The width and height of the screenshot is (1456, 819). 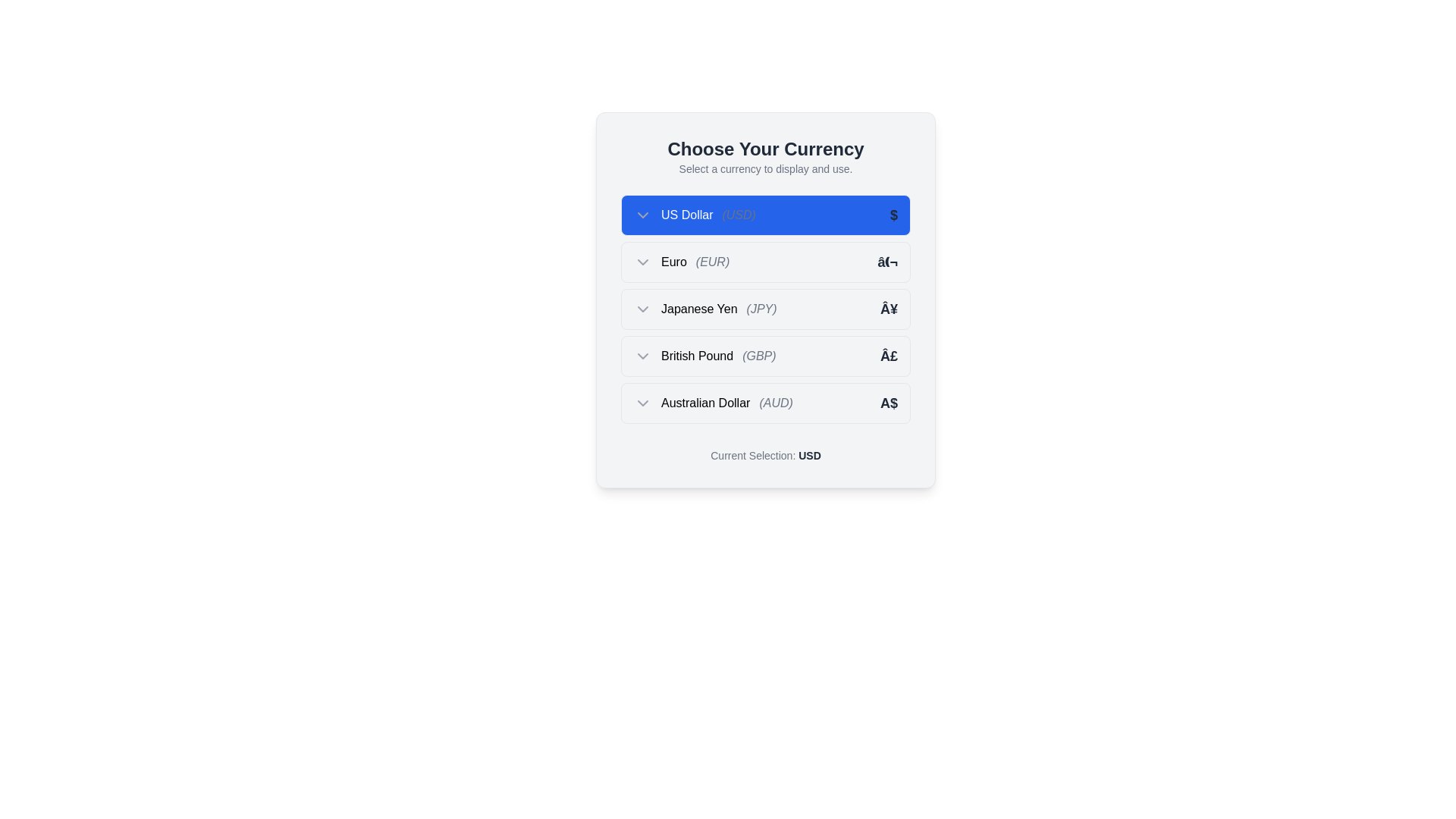 What do you see at coordinates (643, 309) in the screenshot?
I see `the Dropdown Chevron Icon located to the left of 'Japanese Yen (JPY)'` at bounding box center [643, 309].